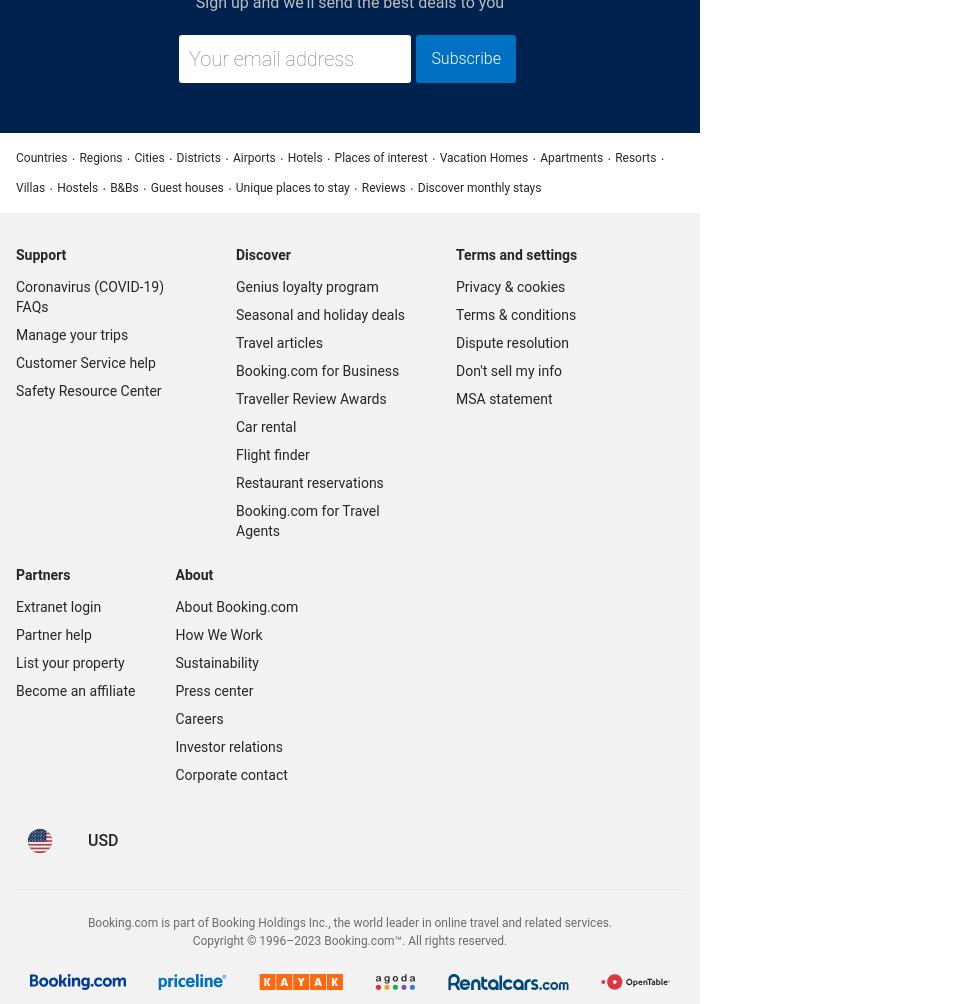 This screenshot has width=969, height=1004. What do you see at coordinates (216, 661) in the screenshot?
I see `'Sustainability'` at bounding box center [216, 661].